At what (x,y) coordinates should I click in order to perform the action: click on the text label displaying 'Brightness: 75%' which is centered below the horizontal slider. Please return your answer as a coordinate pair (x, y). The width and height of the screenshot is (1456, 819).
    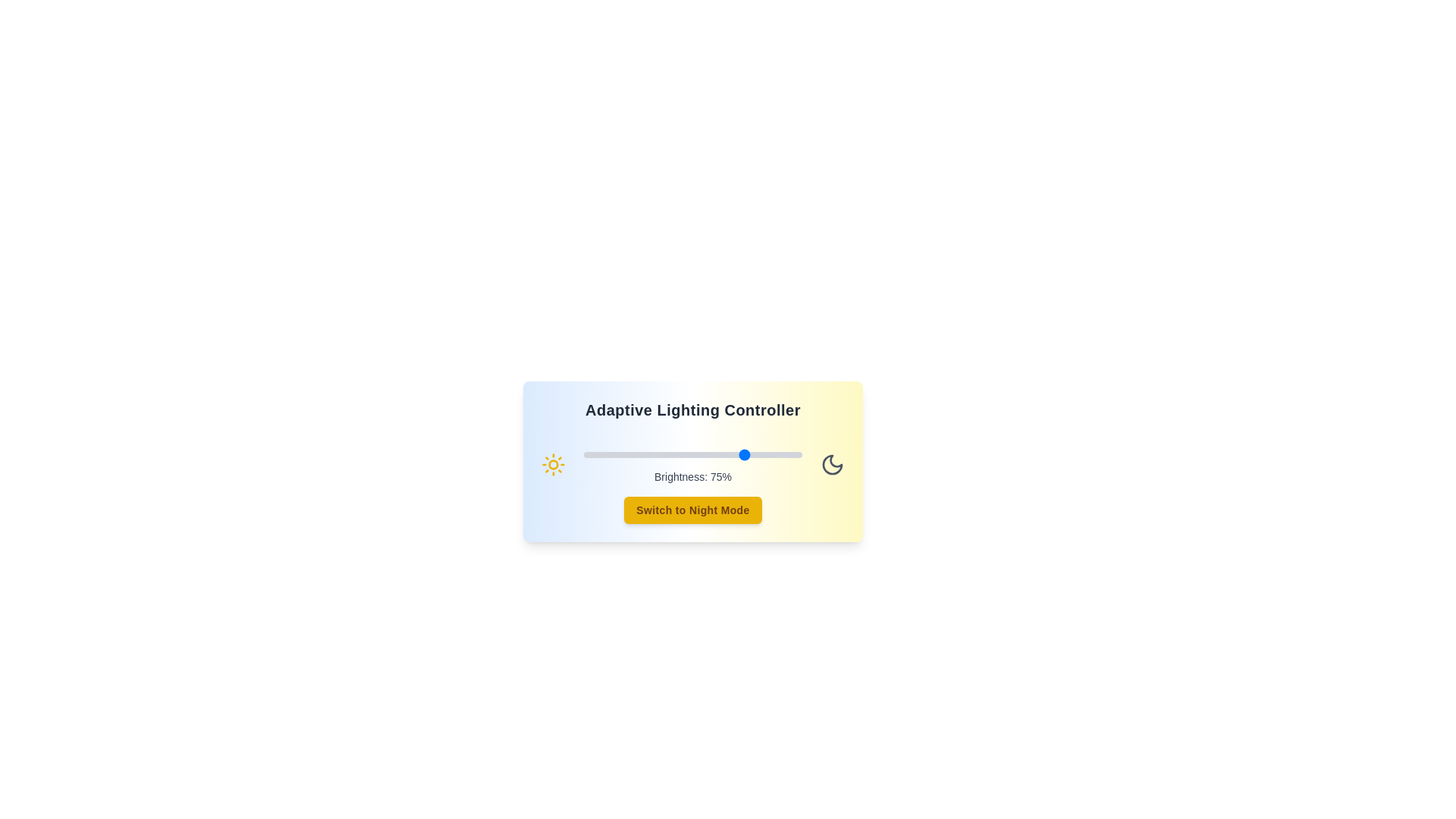
    Looking at the image, I should click on (692, 475).